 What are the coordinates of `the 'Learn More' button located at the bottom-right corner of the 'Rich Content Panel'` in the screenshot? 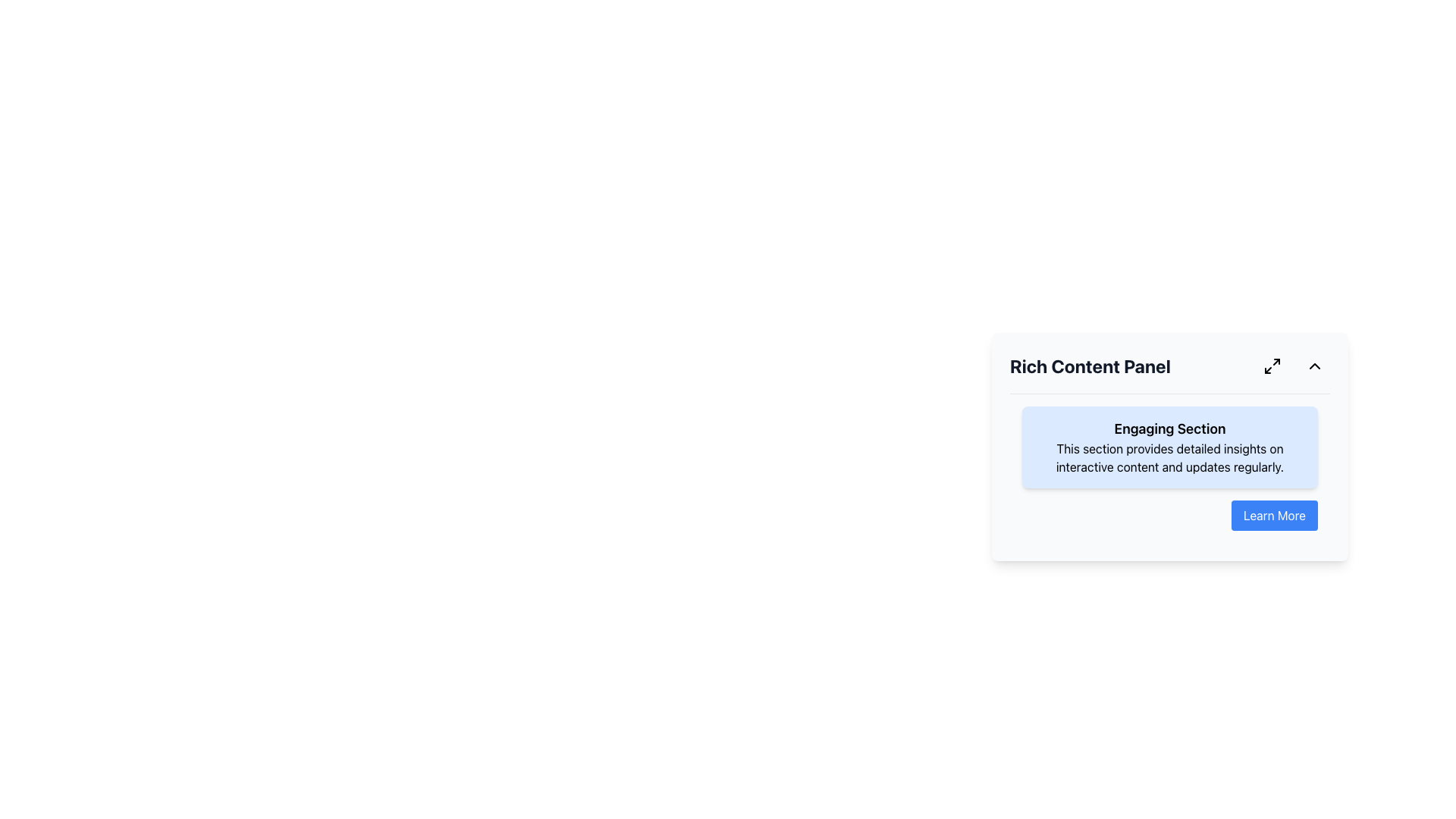 It's located at (1274, 514).